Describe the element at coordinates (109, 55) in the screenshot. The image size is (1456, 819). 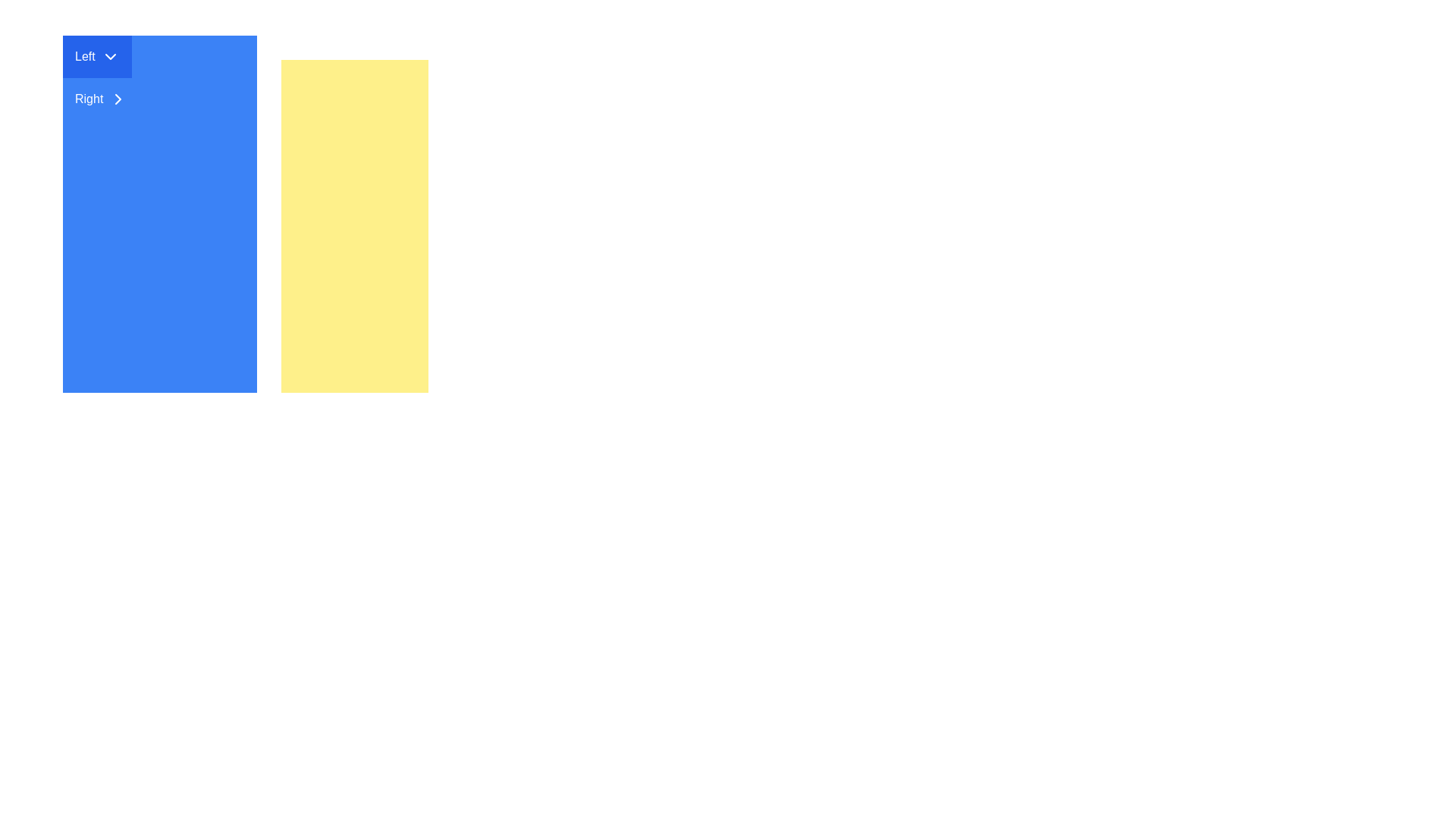
I see `the downward-facing chevron icon located to the right of the 'Left' text` at that location.